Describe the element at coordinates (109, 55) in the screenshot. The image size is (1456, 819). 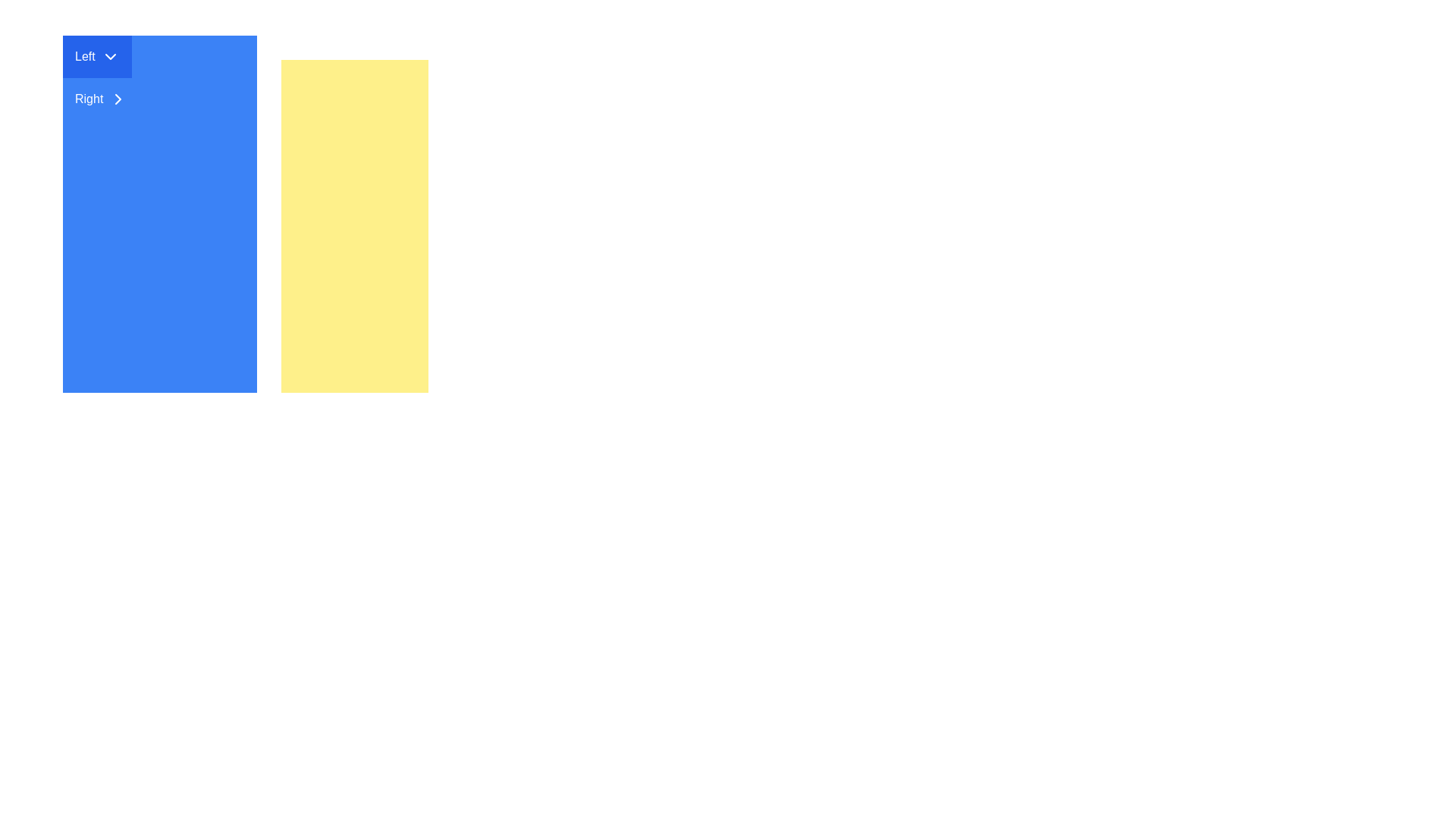
I see `the downward-facing chevron icon located to the right of the 'Left' text` at that location.